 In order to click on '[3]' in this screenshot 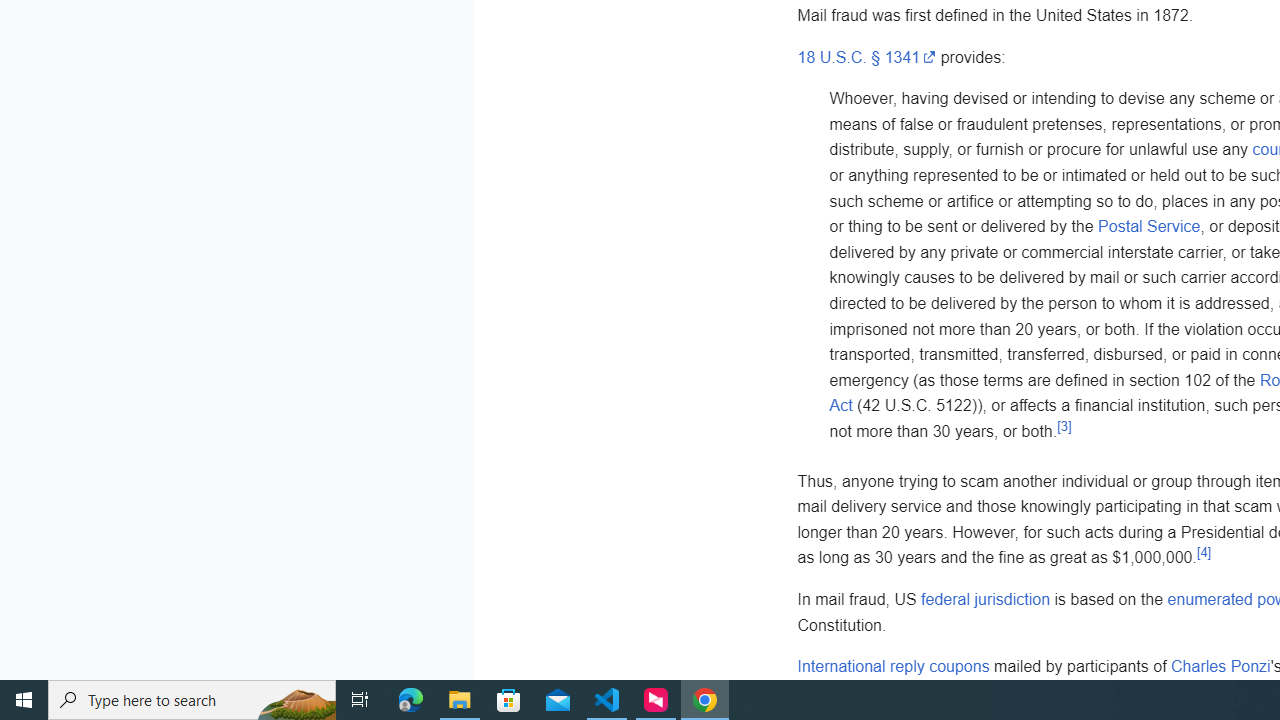, I will do `click(1063, 425)`.